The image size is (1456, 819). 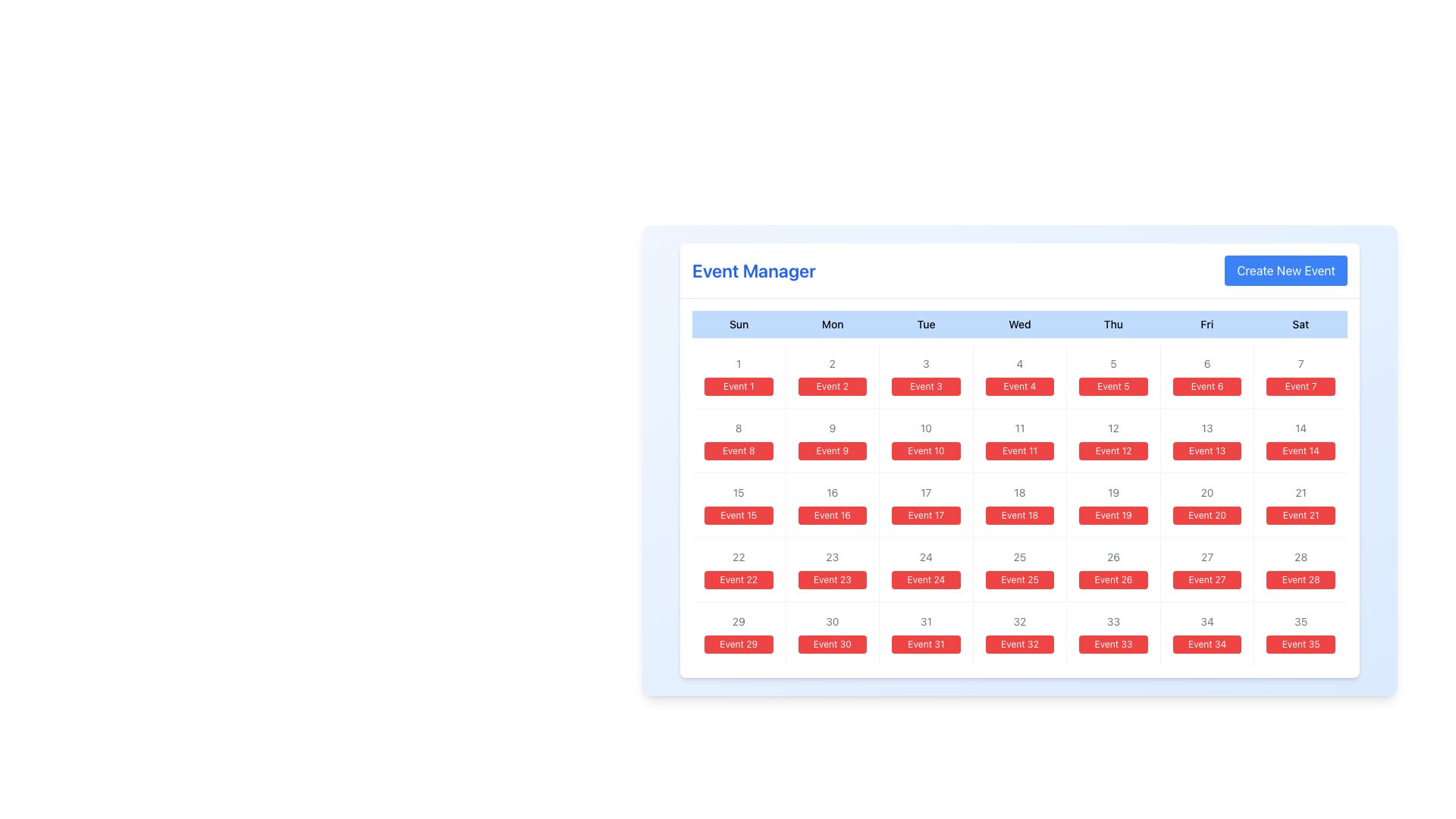 I want to click on the static Text Label displaying the event associated with day 13 in the calendar, located in the sixth column and third row, so click(x=1207, y=450).